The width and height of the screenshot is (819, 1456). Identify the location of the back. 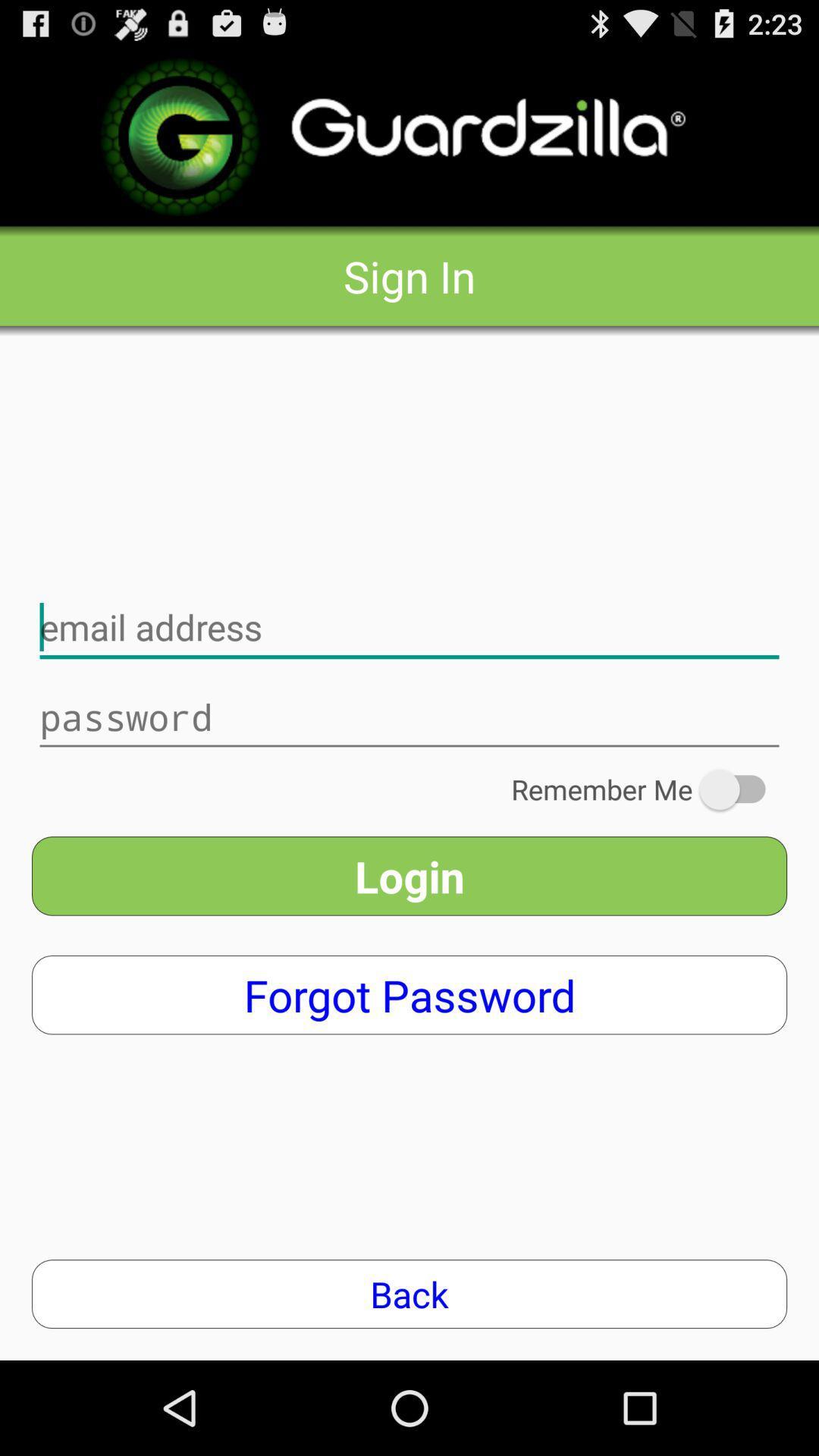
(409, 1293).